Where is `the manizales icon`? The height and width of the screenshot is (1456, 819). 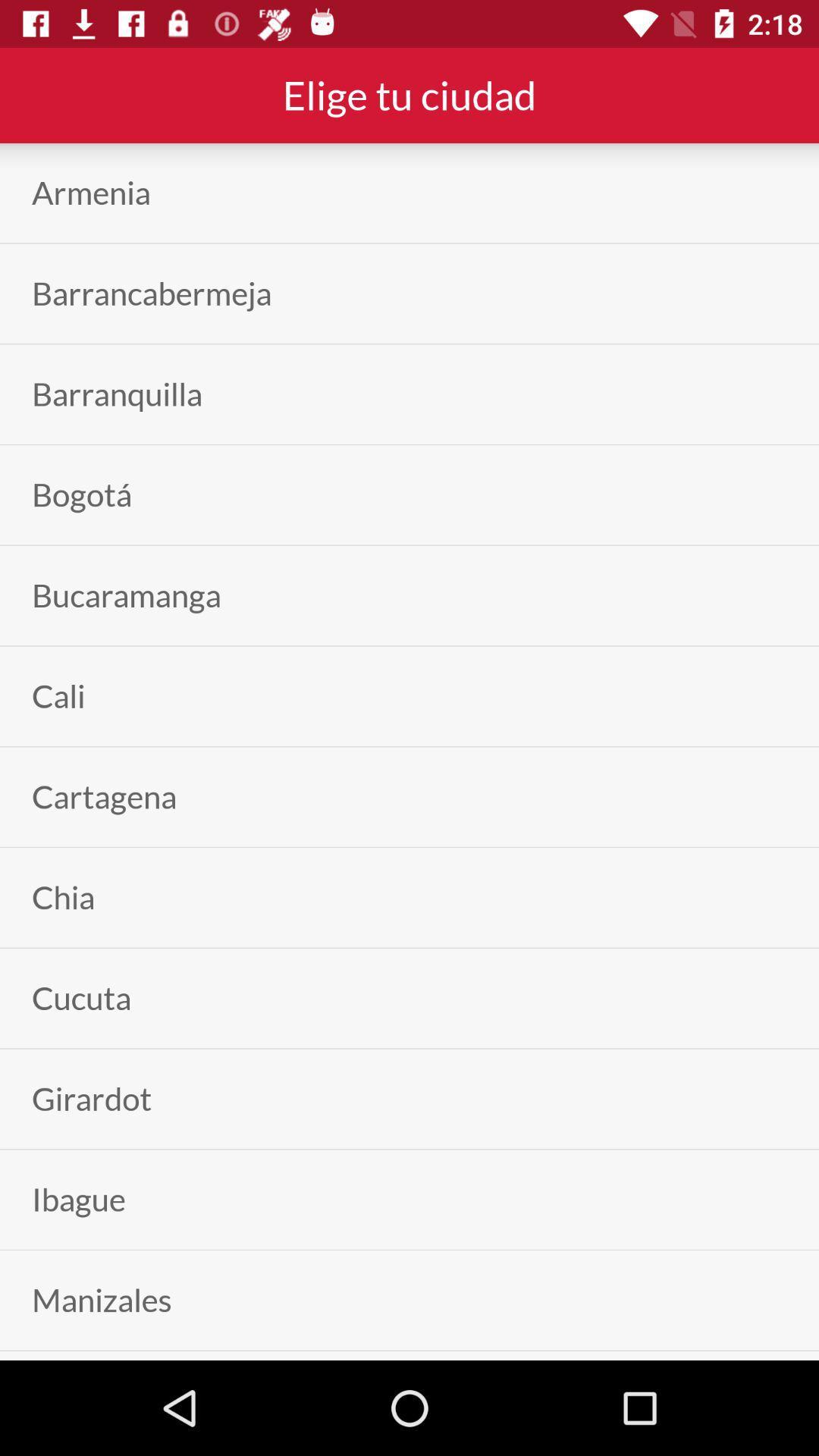
the manizales icon is located at coordinates (102, 1299).